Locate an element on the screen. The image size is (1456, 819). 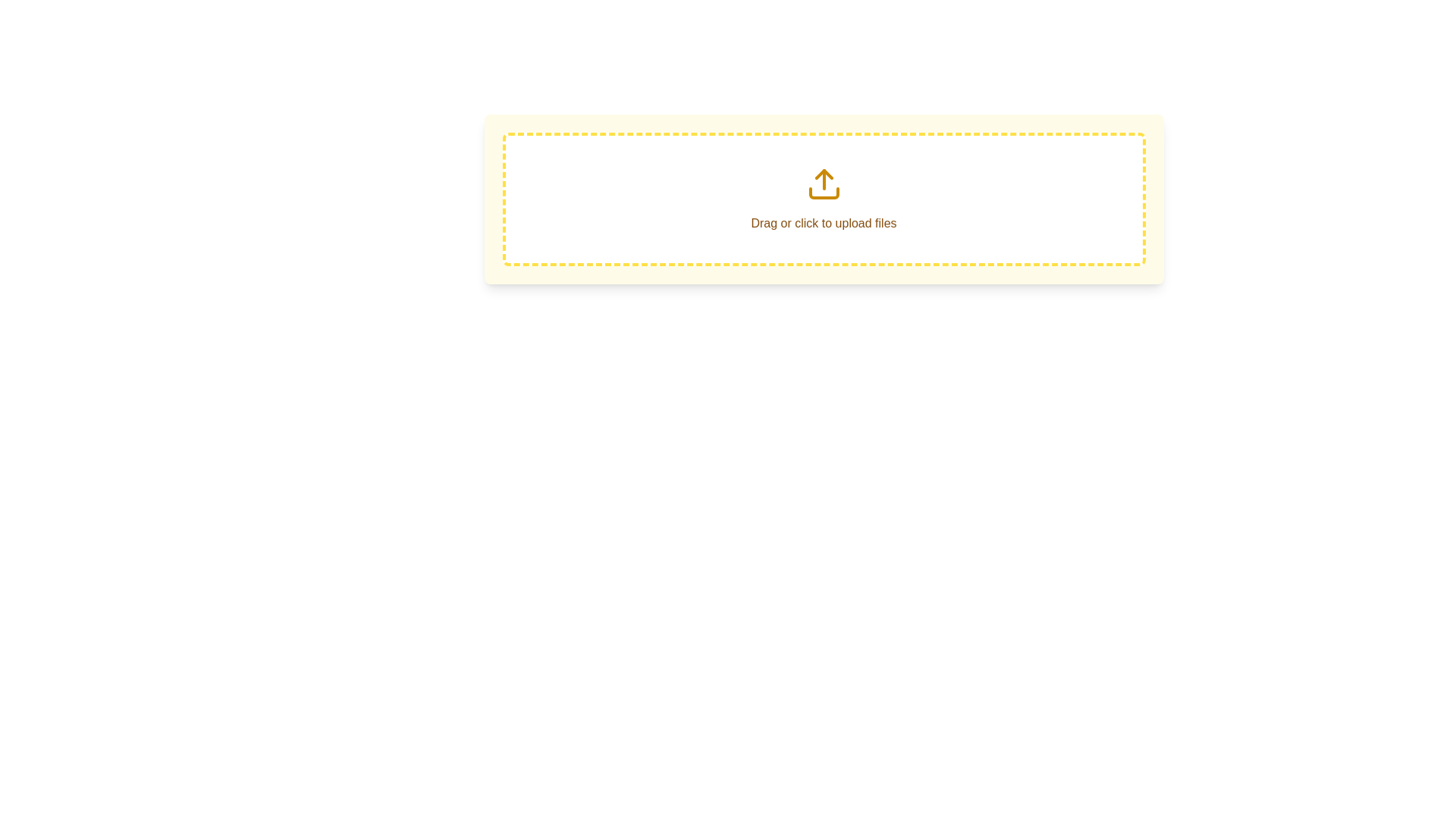
the yellow upward-pointing arrow icon within the upload icon, which is located at the top middle of the upload icon in the drop zone area is located at coordinates (823, 174).